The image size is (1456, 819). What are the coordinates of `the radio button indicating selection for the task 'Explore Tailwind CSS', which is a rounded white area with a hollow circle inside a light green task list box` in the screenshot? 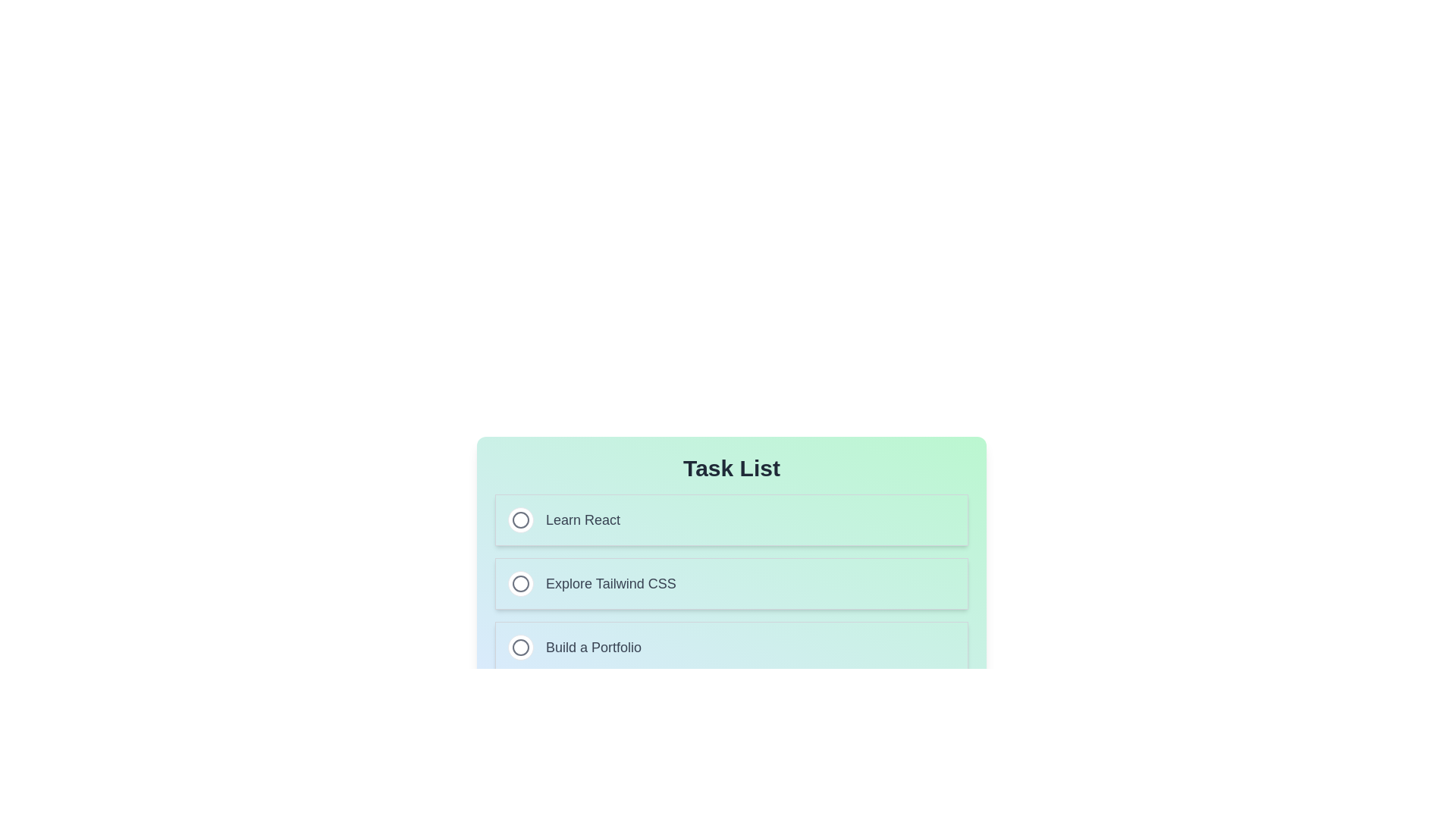 It's located at (520, 583).